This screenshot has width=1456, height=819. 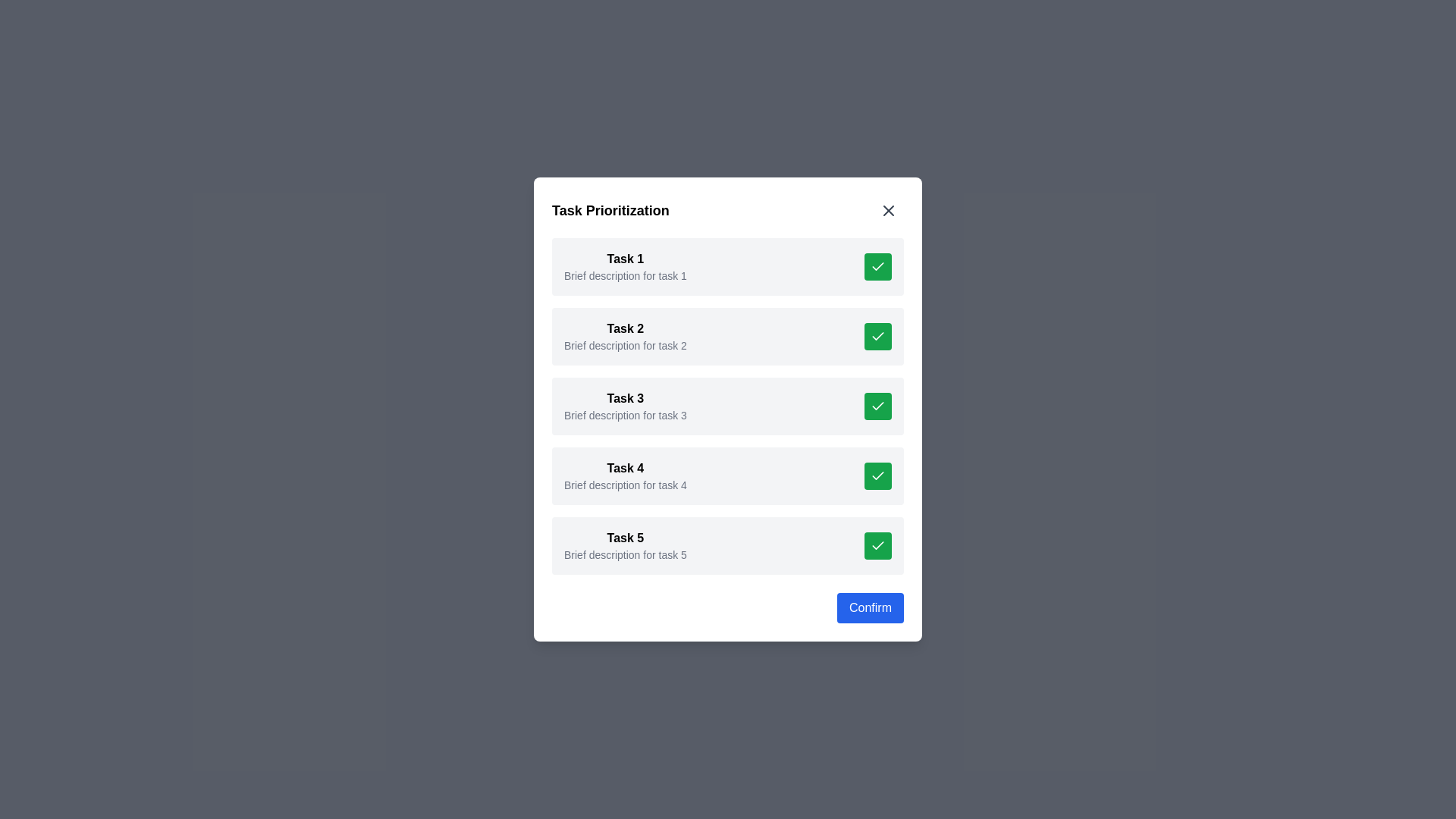 I want to click on the green checkmark icon with a white stroke located, so click(x=877, y=406).